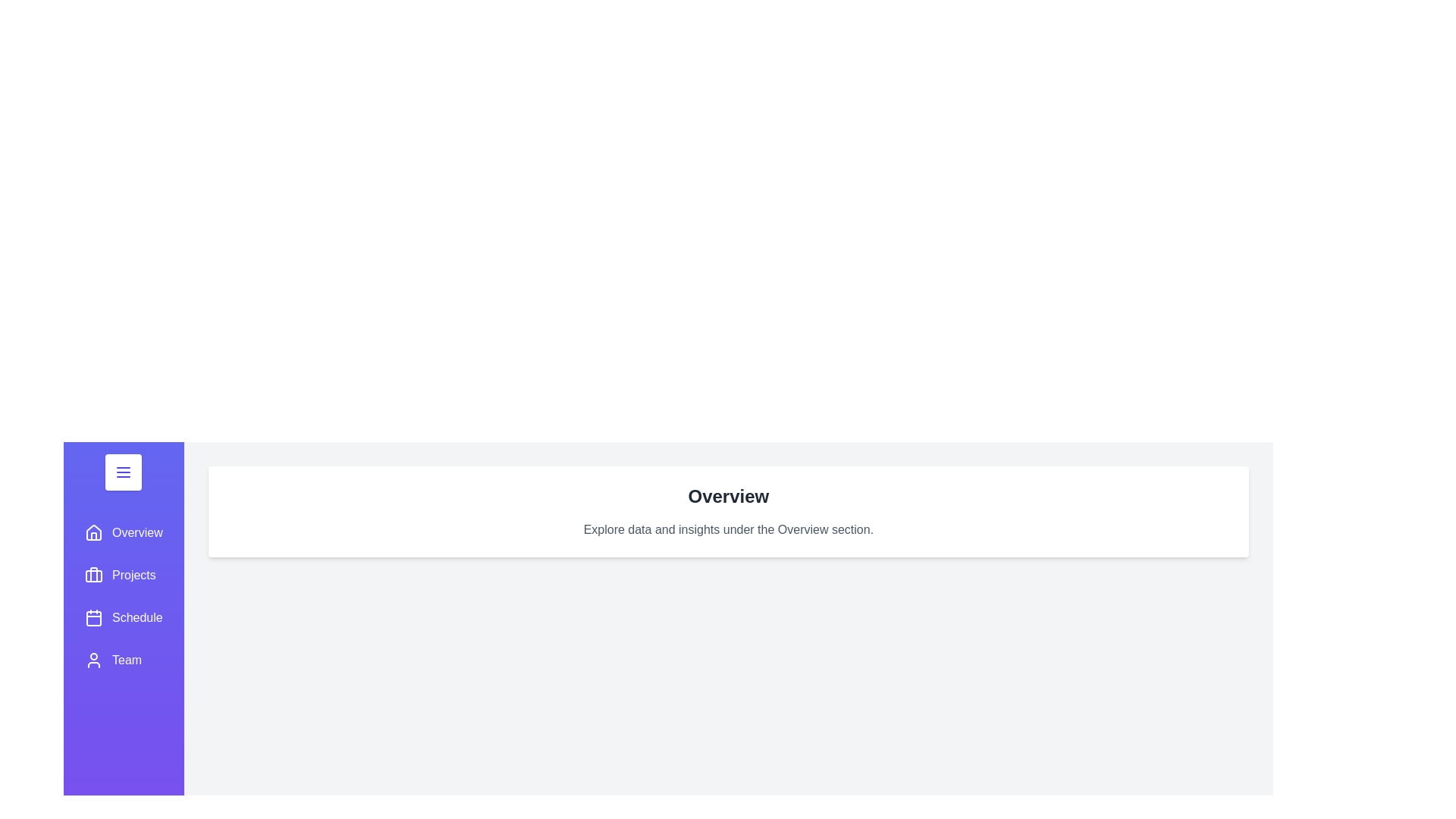 The image size is (1456, 819). Describe the element at coordinates (124, 617) in the screenshot. I see `the section Schedule from the sidebar` at that location.